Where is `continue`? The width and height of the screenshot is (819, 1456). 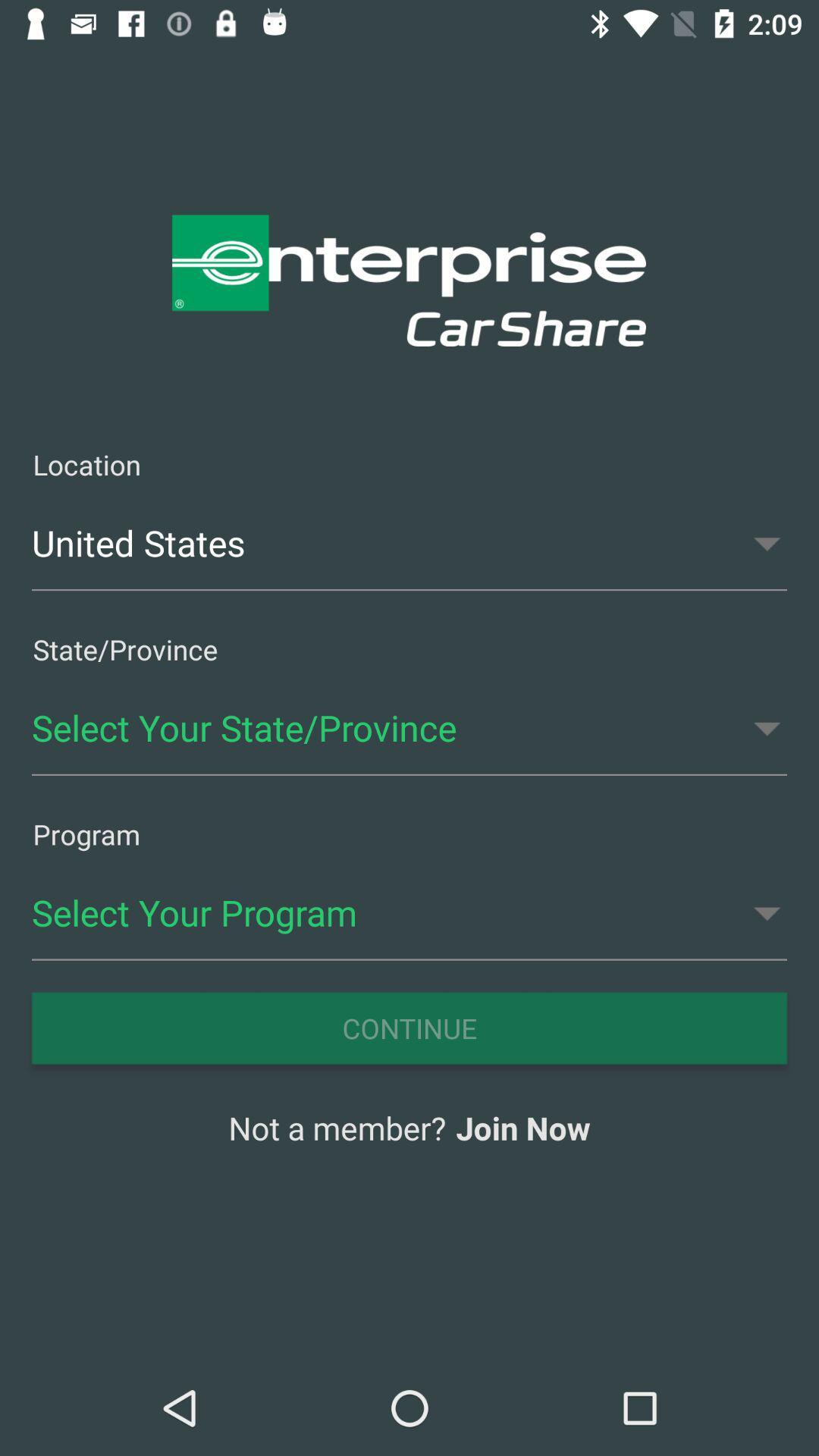 continue is located at coordinates (409, 1028).